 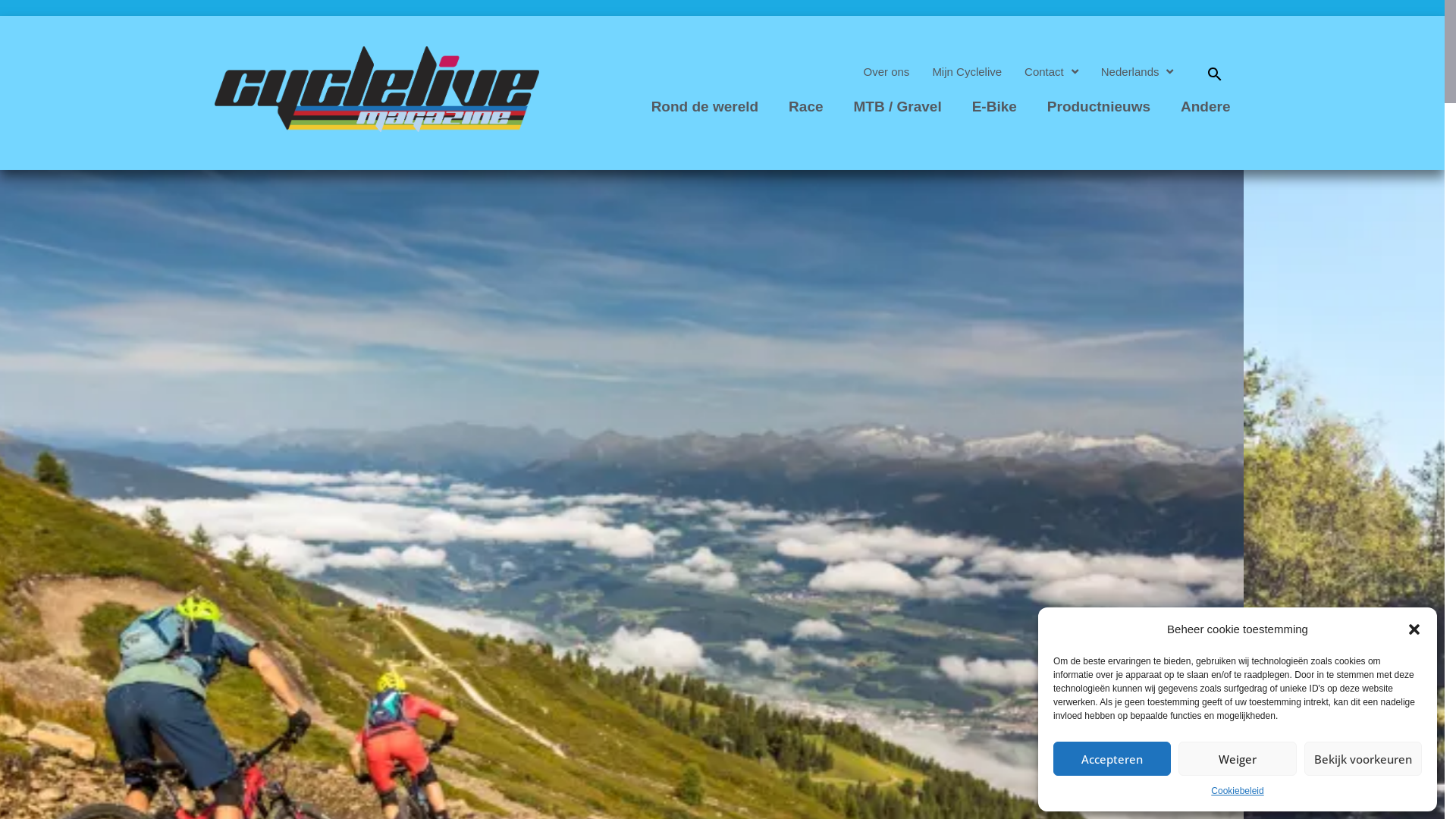 I want to click on 'Contact', so click(x=1012, y=72).